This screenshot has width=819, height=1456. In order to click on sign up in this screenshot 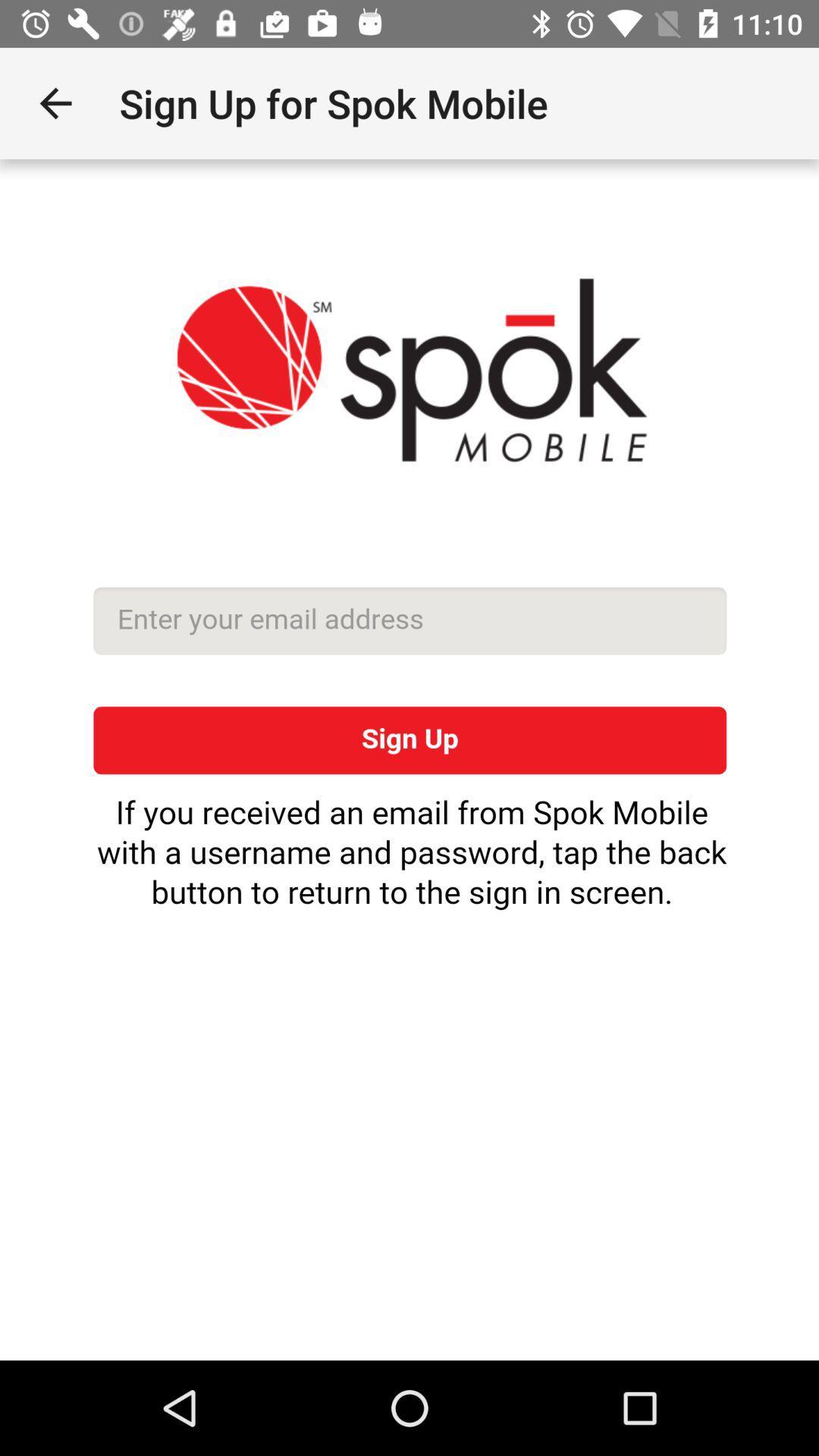, I will do `click(409, 760)`.